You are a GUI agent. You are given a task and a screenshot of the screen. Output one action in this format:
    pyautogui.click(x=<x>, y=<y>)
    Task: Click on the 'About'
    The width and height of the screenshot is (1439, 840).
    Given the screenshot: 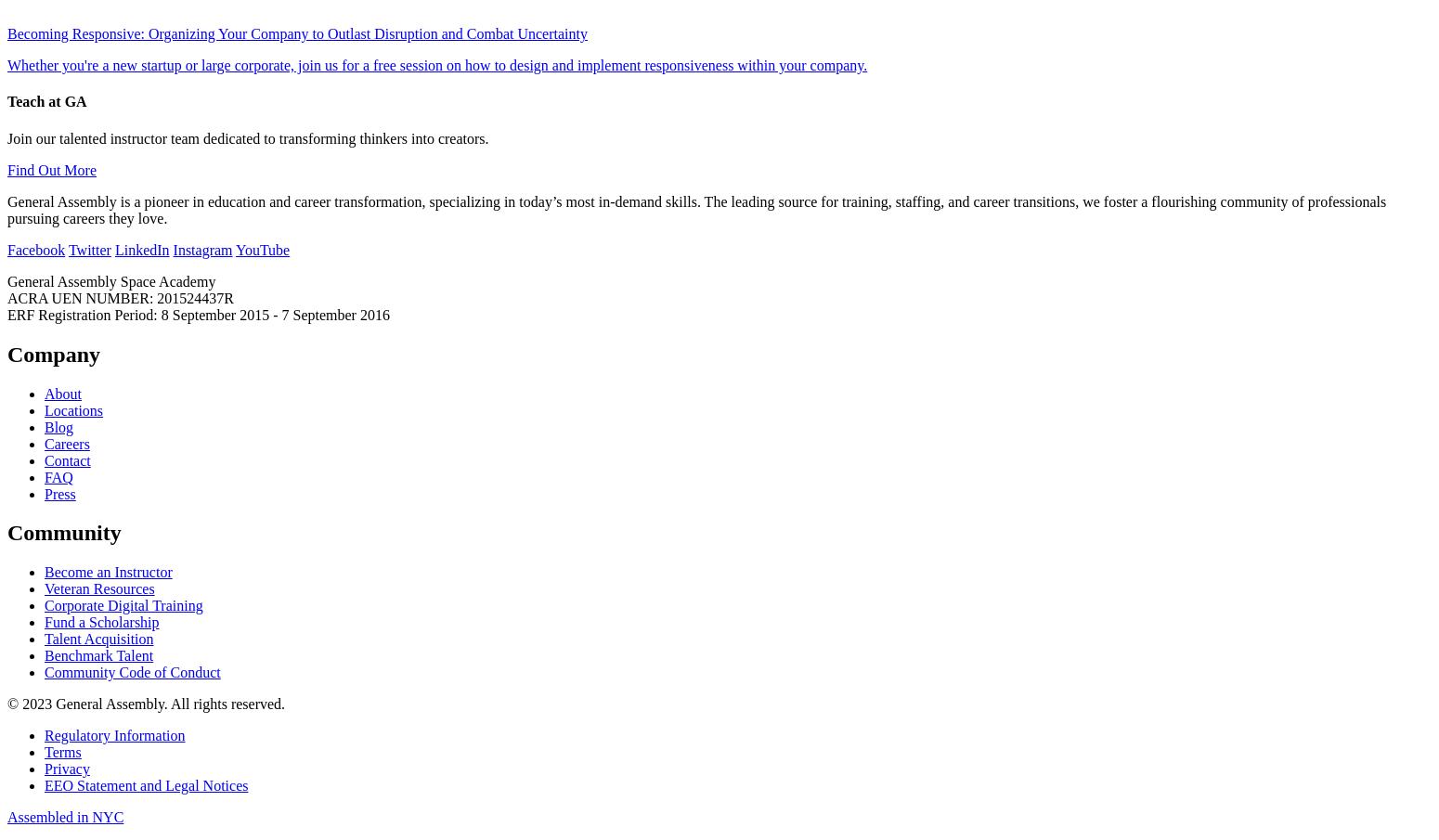 What is the action you would take?
    pyautogui.click(x=62, y=392)
    